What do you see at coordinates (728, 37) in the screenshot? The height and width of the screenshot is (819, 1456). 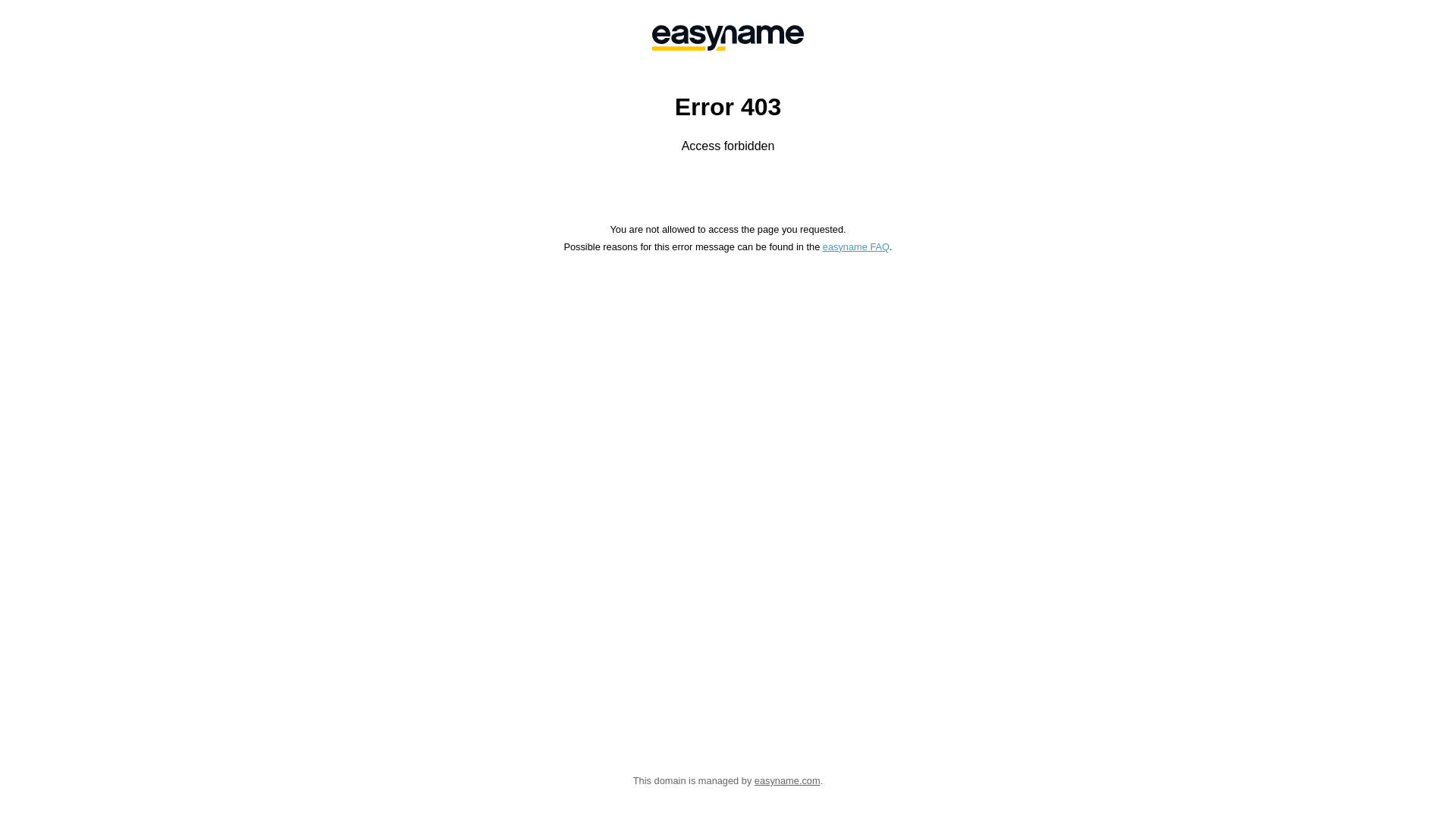 I see `'easyname GmbH'` at bounding box center [728, 37].